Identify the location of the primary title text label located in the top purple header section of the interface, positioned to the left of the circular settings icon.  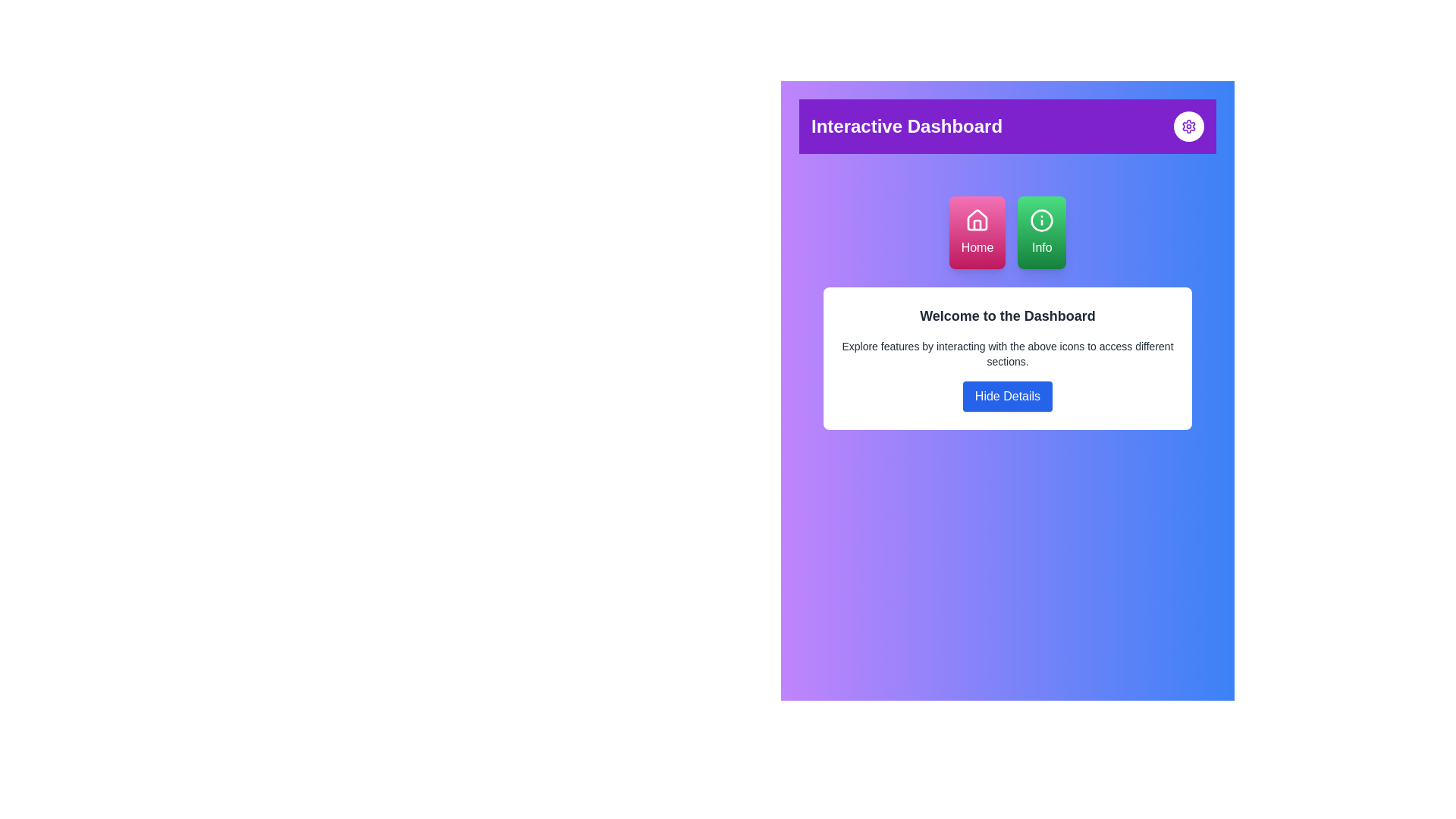
(906, 125).